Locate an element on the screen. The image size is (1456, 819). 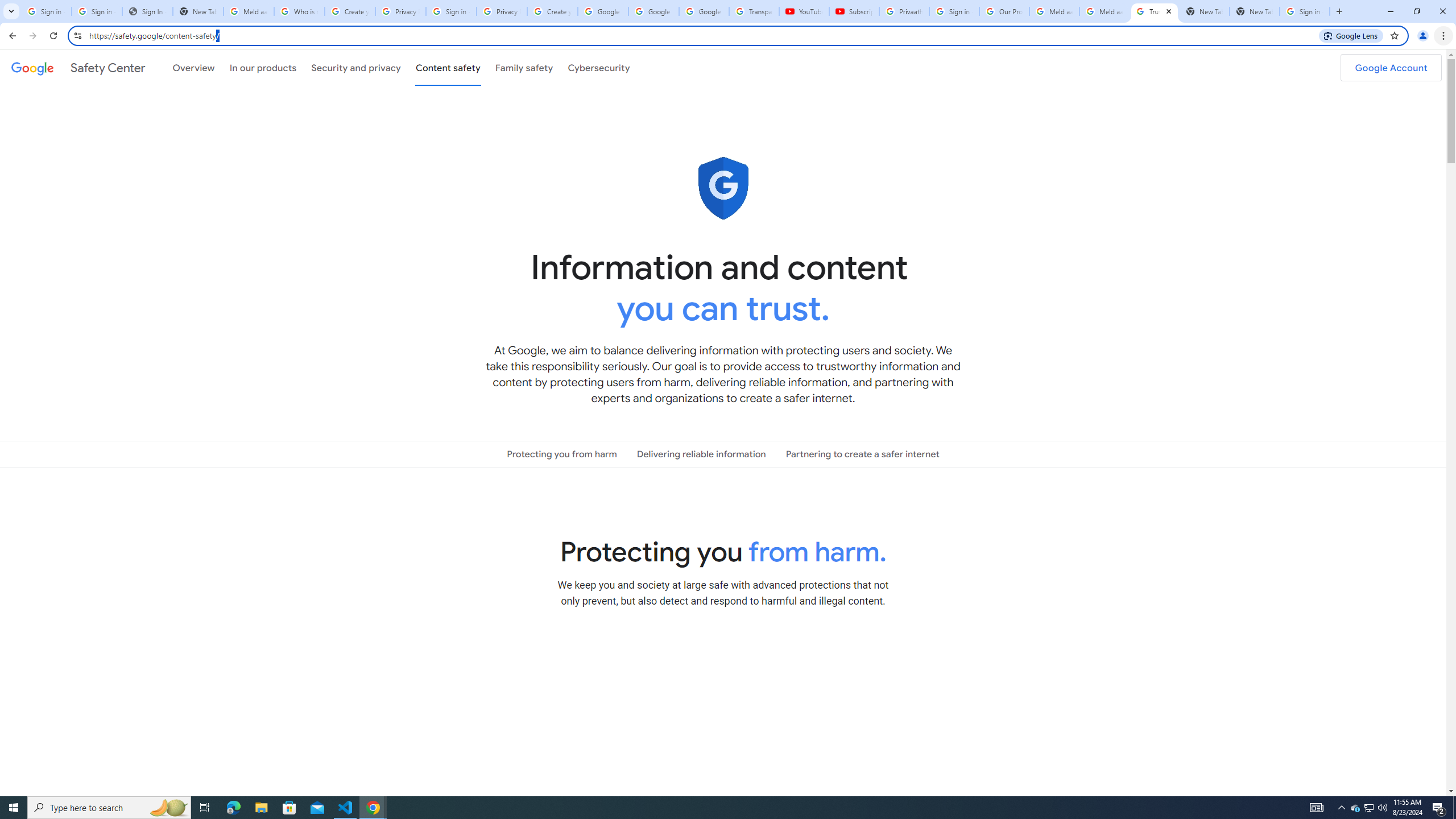
'Reload' is located at coordinates (53, 35).